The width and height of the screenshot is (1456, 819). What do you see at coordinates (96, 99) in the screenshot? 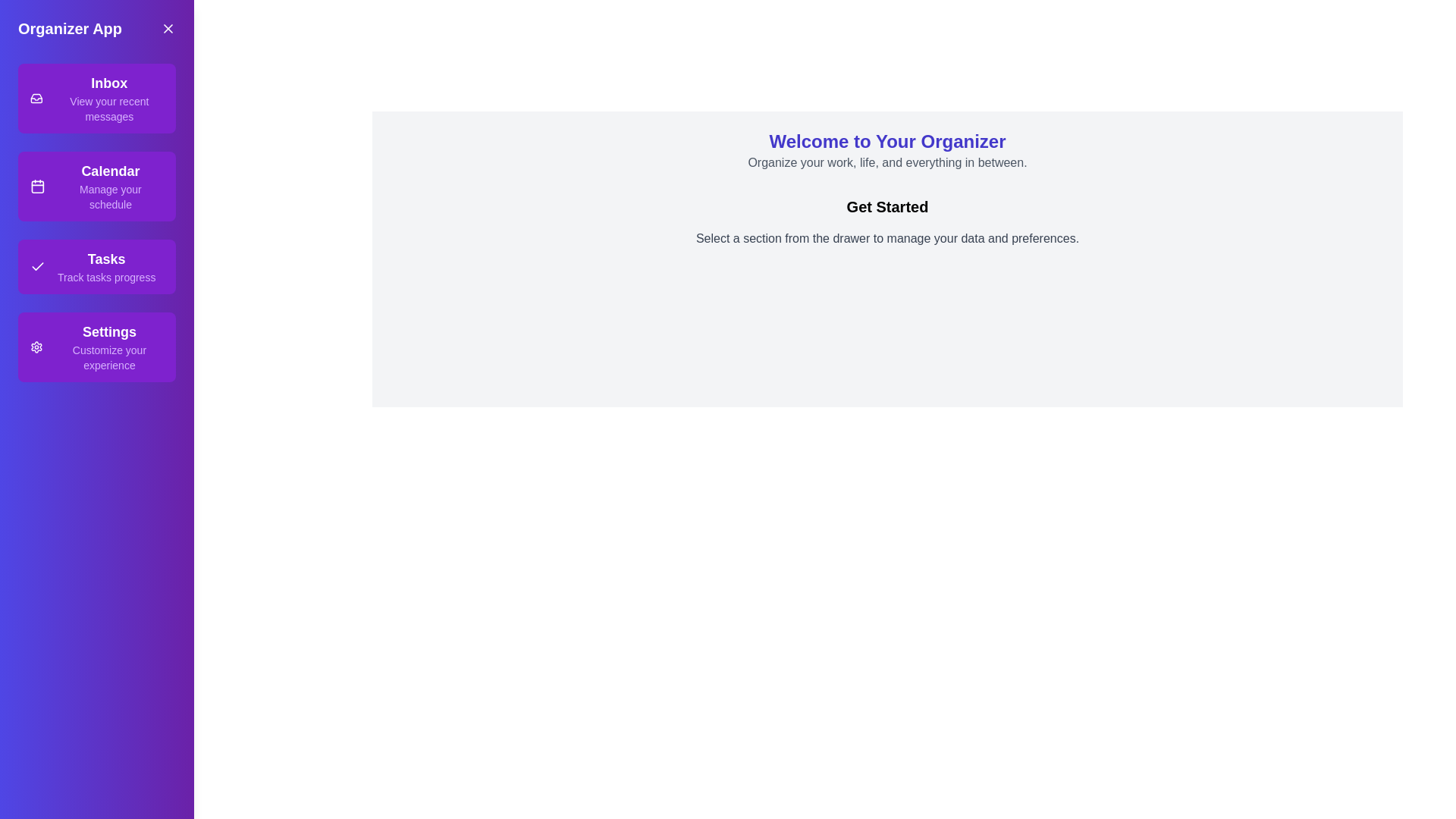
I see `the section labeled Inbox in the drawer to observe the visual feedback` at bounding box center [96, 99].